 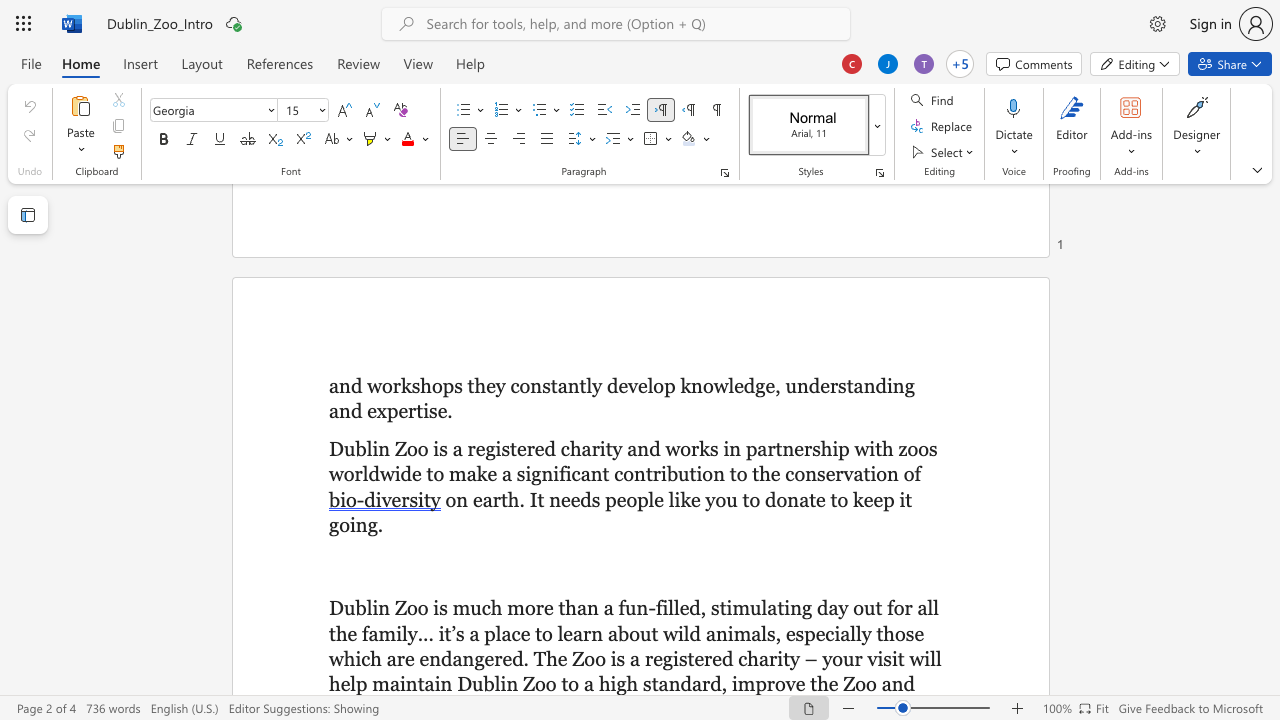 What do you see at coordinates (804, 633) in the screenshot?
I see `the space between the continuous character "s" and "p" in the text` at bounding box center [804, 633].